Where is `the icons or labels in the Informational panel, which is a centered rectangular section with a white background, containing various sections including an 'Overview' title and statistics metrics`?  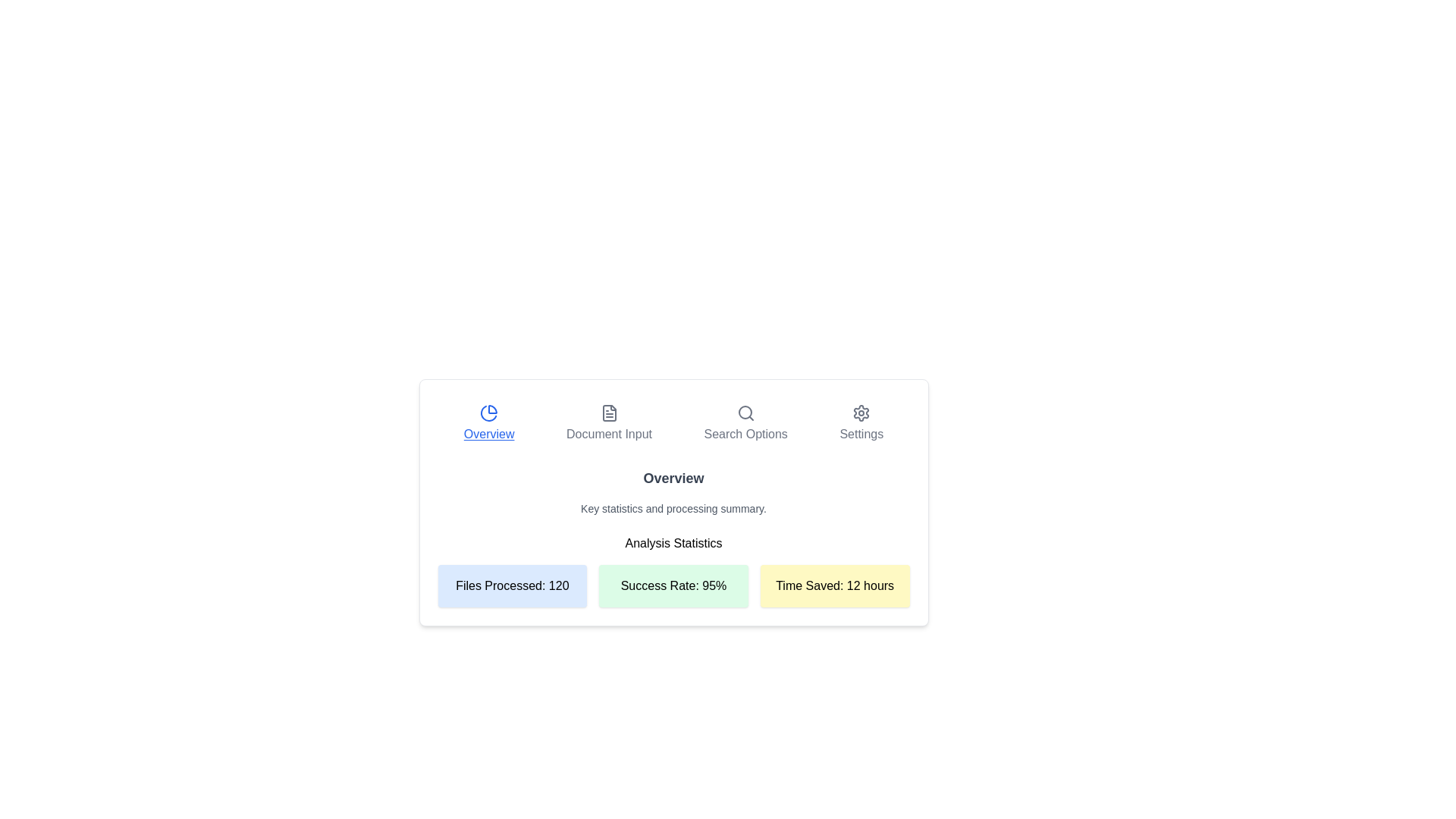 the icons or labels in the Informational panel, which is a centered rectangular section with a white background, containing various sections including an 'Overview' title and statistics metrics is located at coordinates (673, 482).